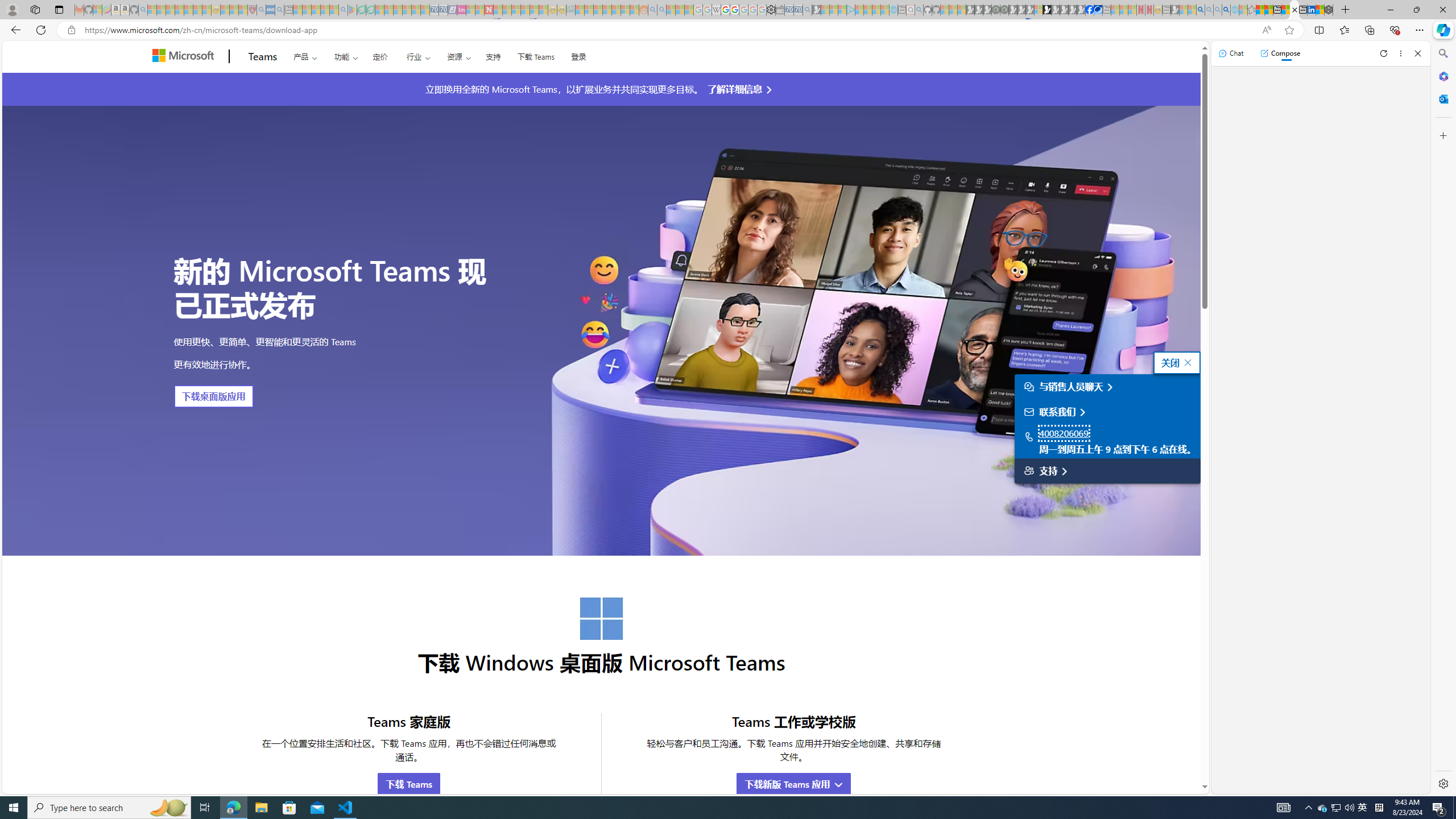 This screenshot has height=819, width=1456. What do you see at coordinates (352, 9) in the screenshot?
I see `'Bluey: Let'` at bounding box center [352, 9].